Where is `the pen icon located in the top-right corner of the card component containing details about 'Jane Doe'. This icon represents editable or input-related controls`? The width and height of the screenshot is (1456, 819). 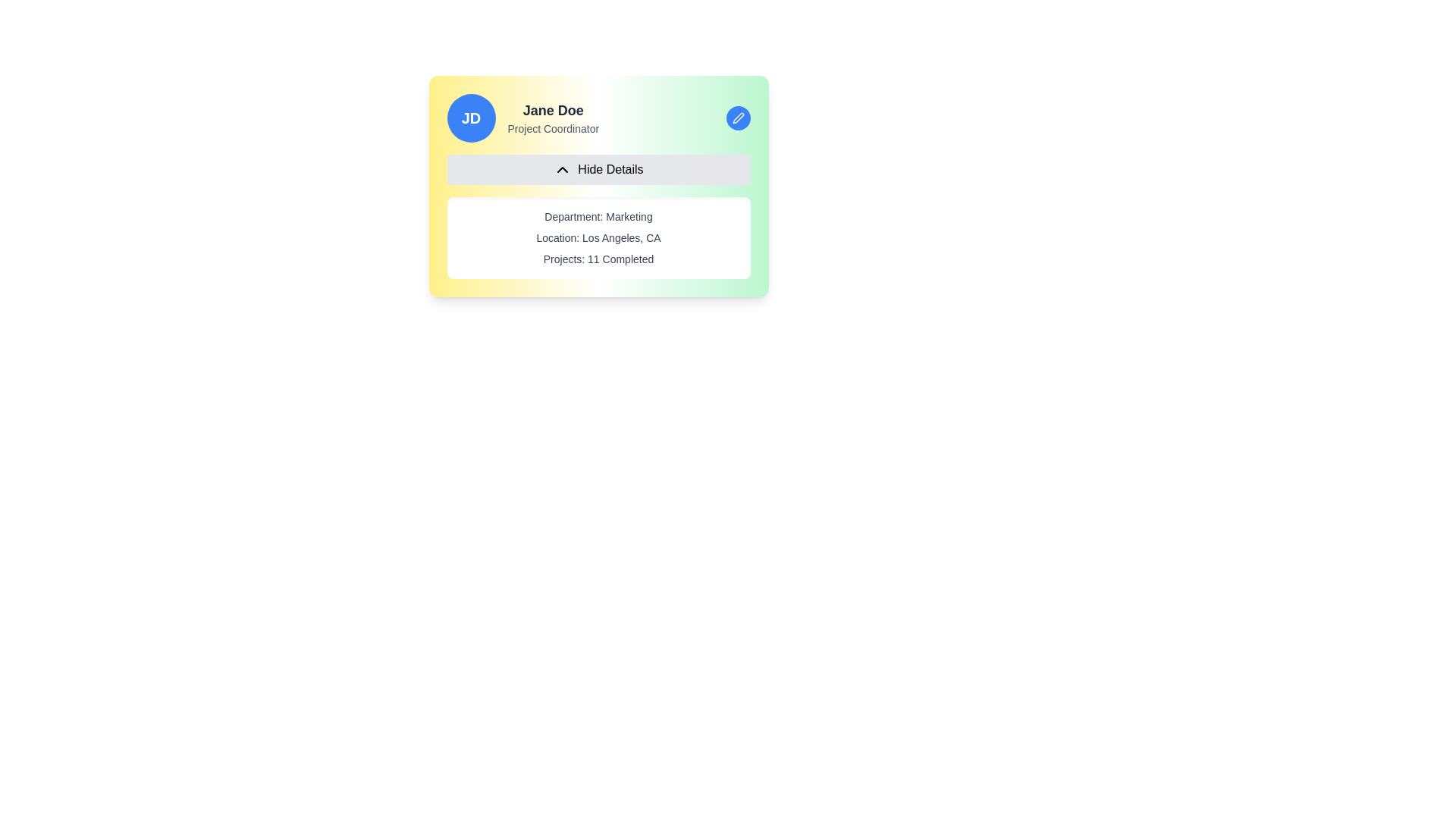 the pen icon located in the top-right corner of the card component containing details about 'Jane Doe'. This icon represents editable or input-related controls is located at coordinates (738, 117).